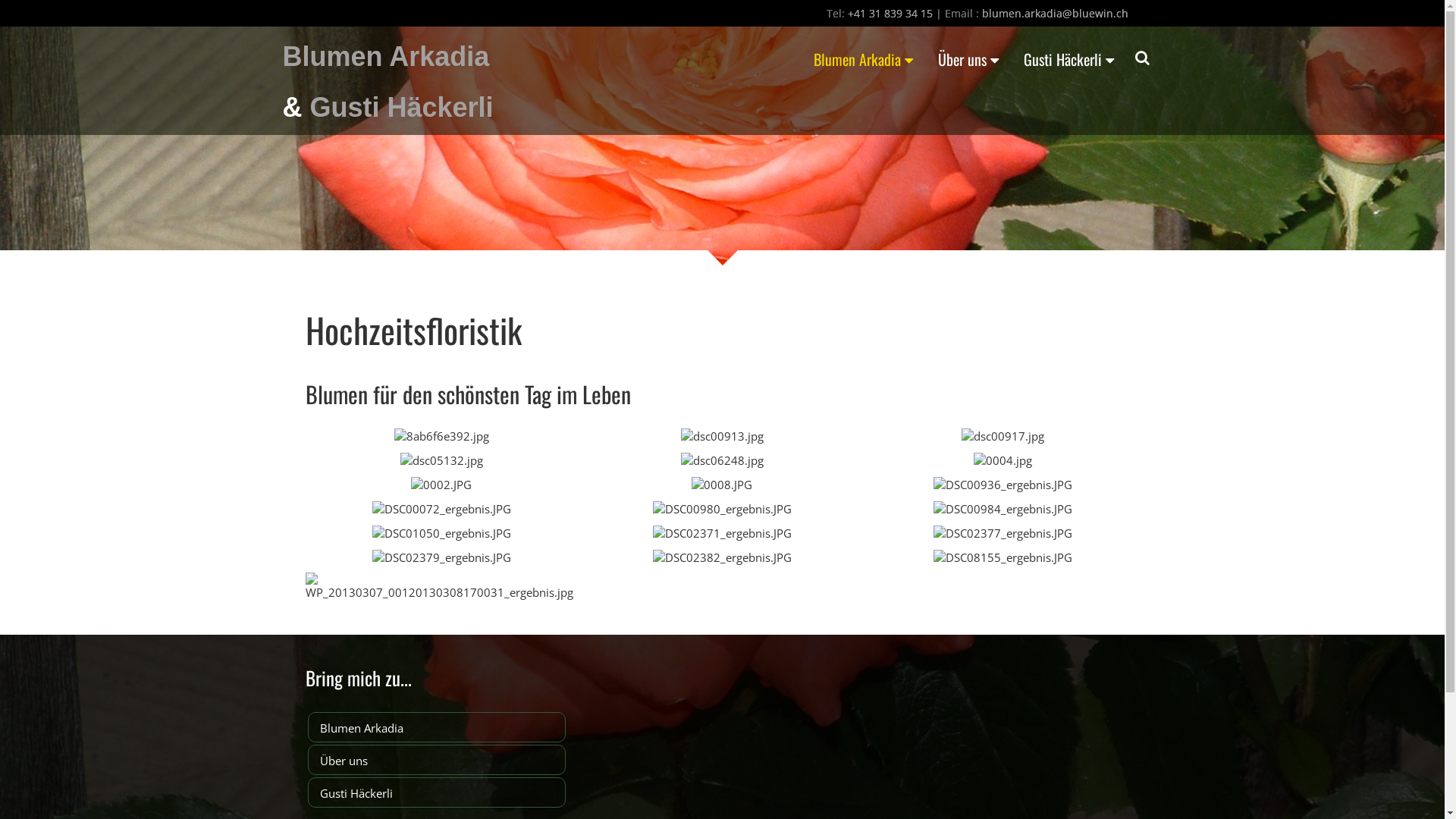  Describe the element at coordinates (1053, 13) in the screenshot. I see `'blumen.arkadia@bluewin.ch'` at that location.